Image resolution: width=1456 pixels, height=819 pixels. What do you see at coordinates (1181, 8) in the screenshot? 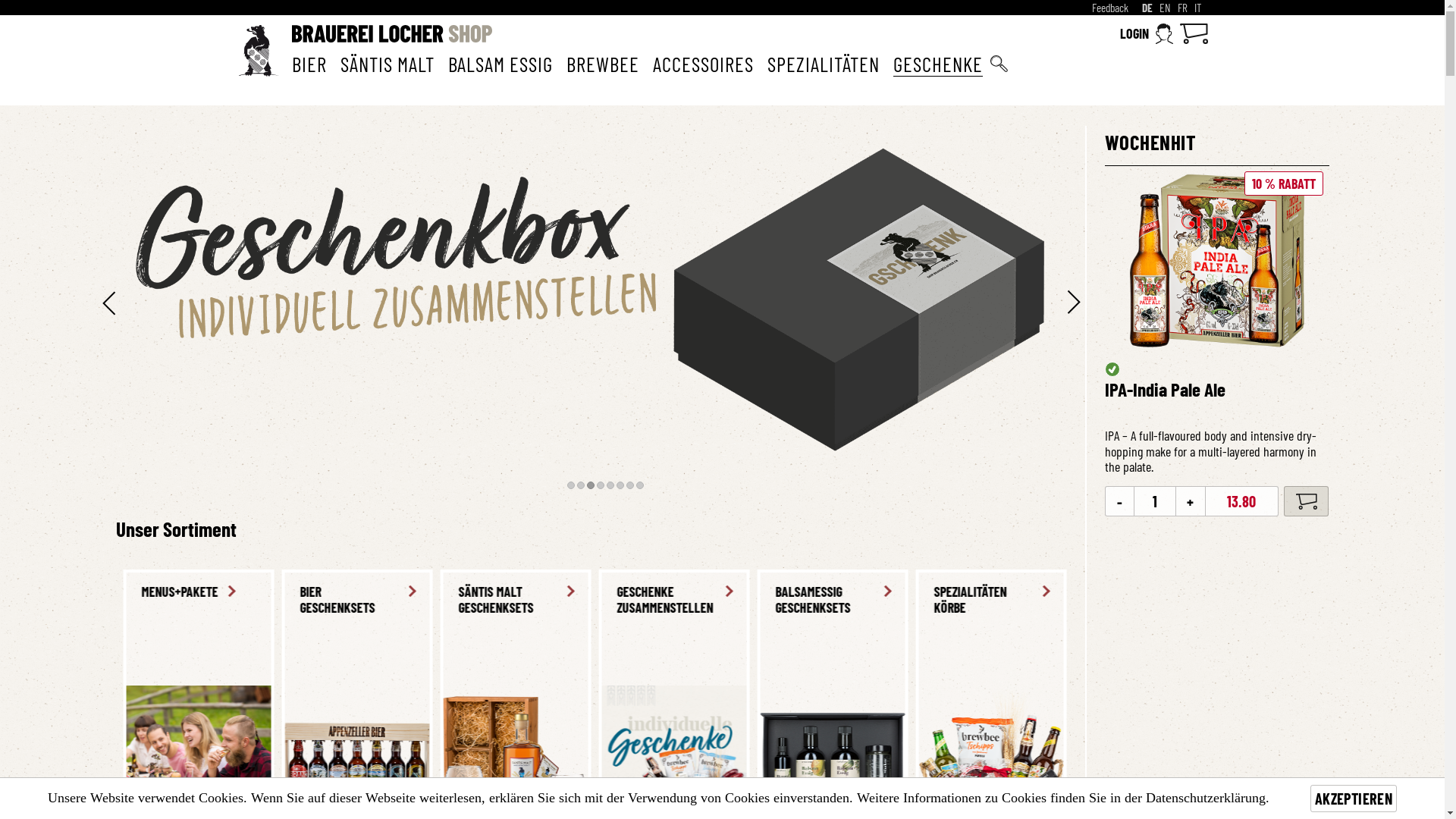
I see `'FR'` at bounding box center [1181, 8].